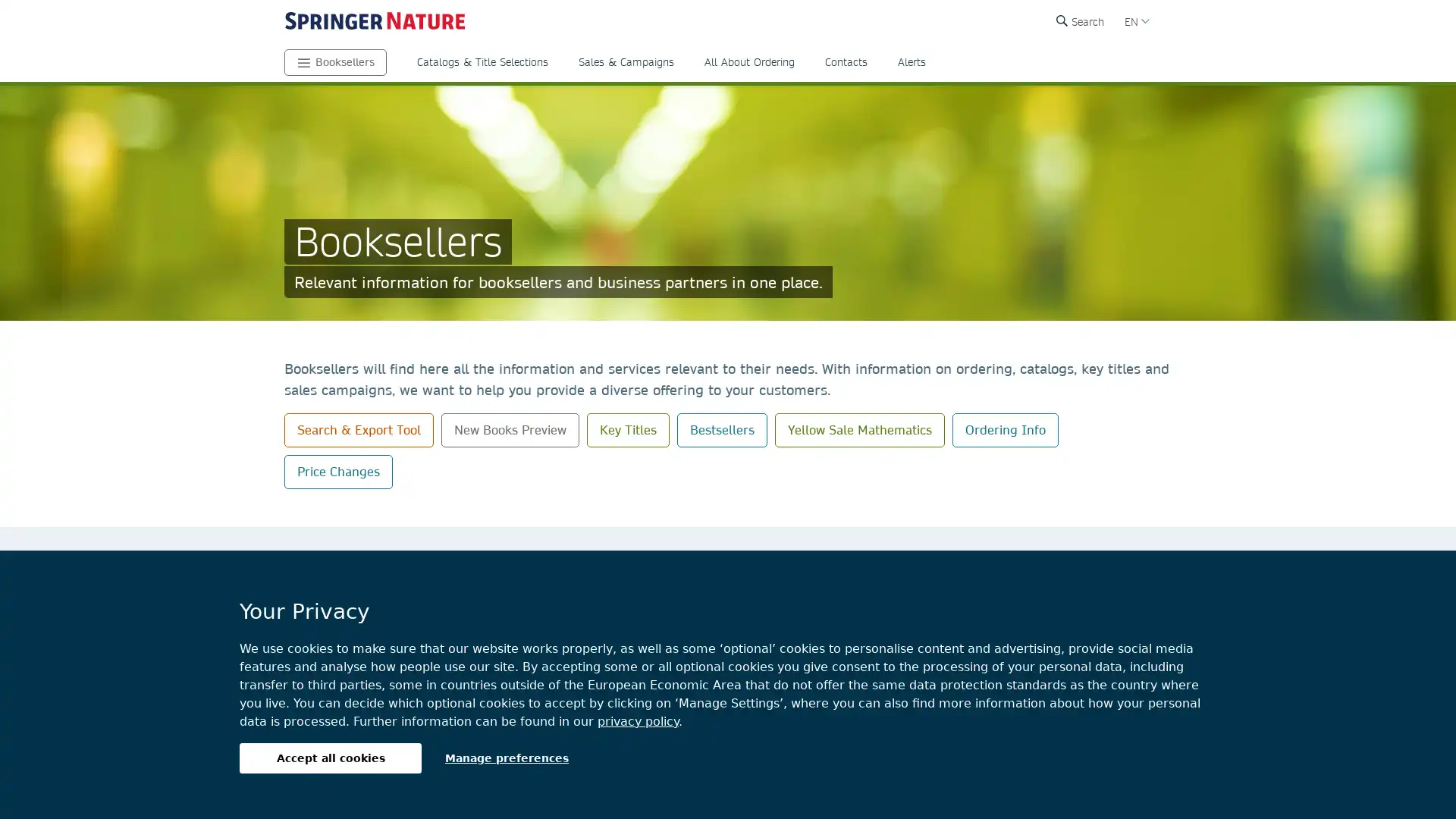 This screenshot has width=1456, height=819. I want to click on Accept all cookies, so click(330, 758).